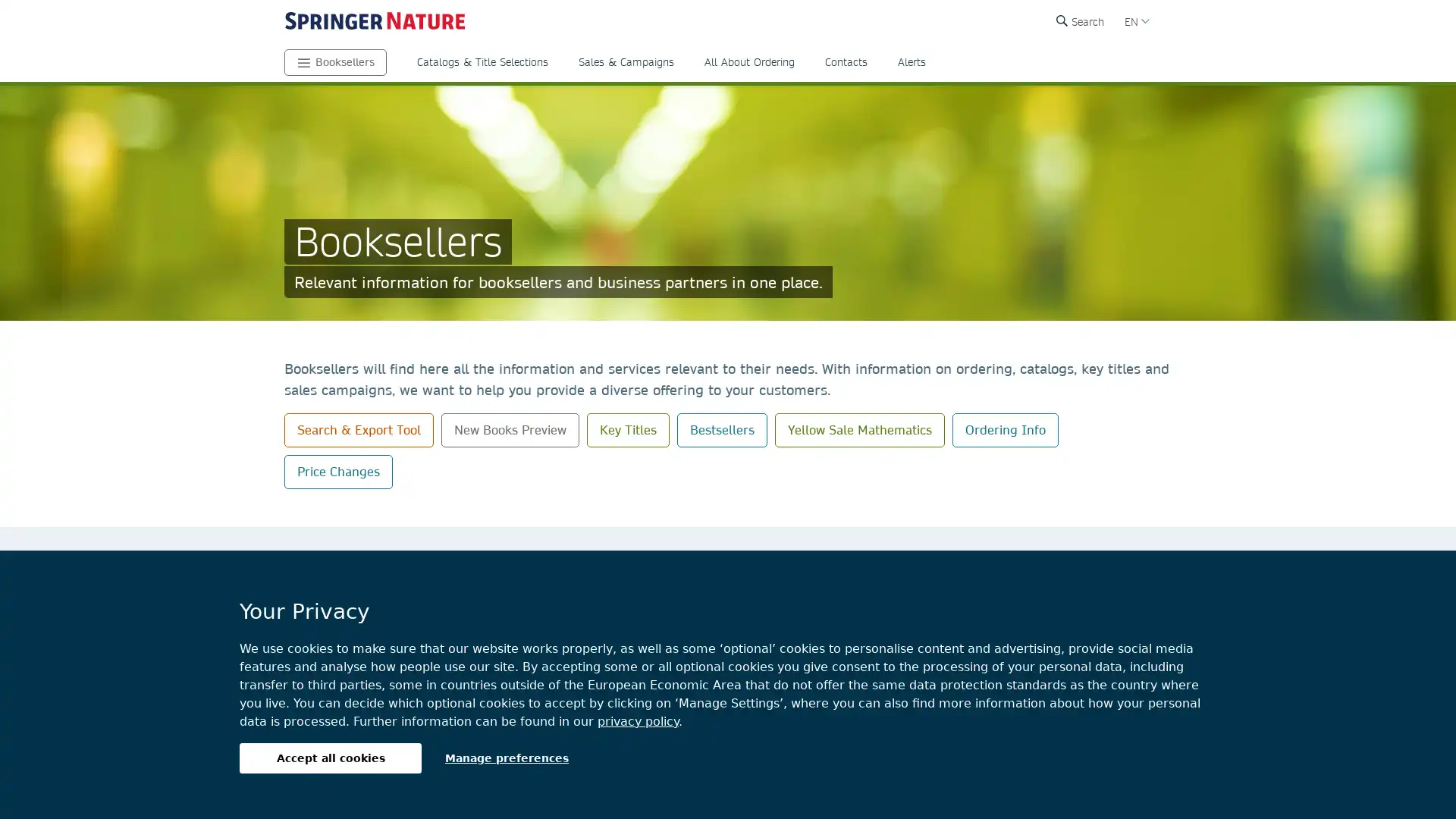 This screenshot has width=1456, height=819. I want to click on Accept all cookies, so click(330, 758).